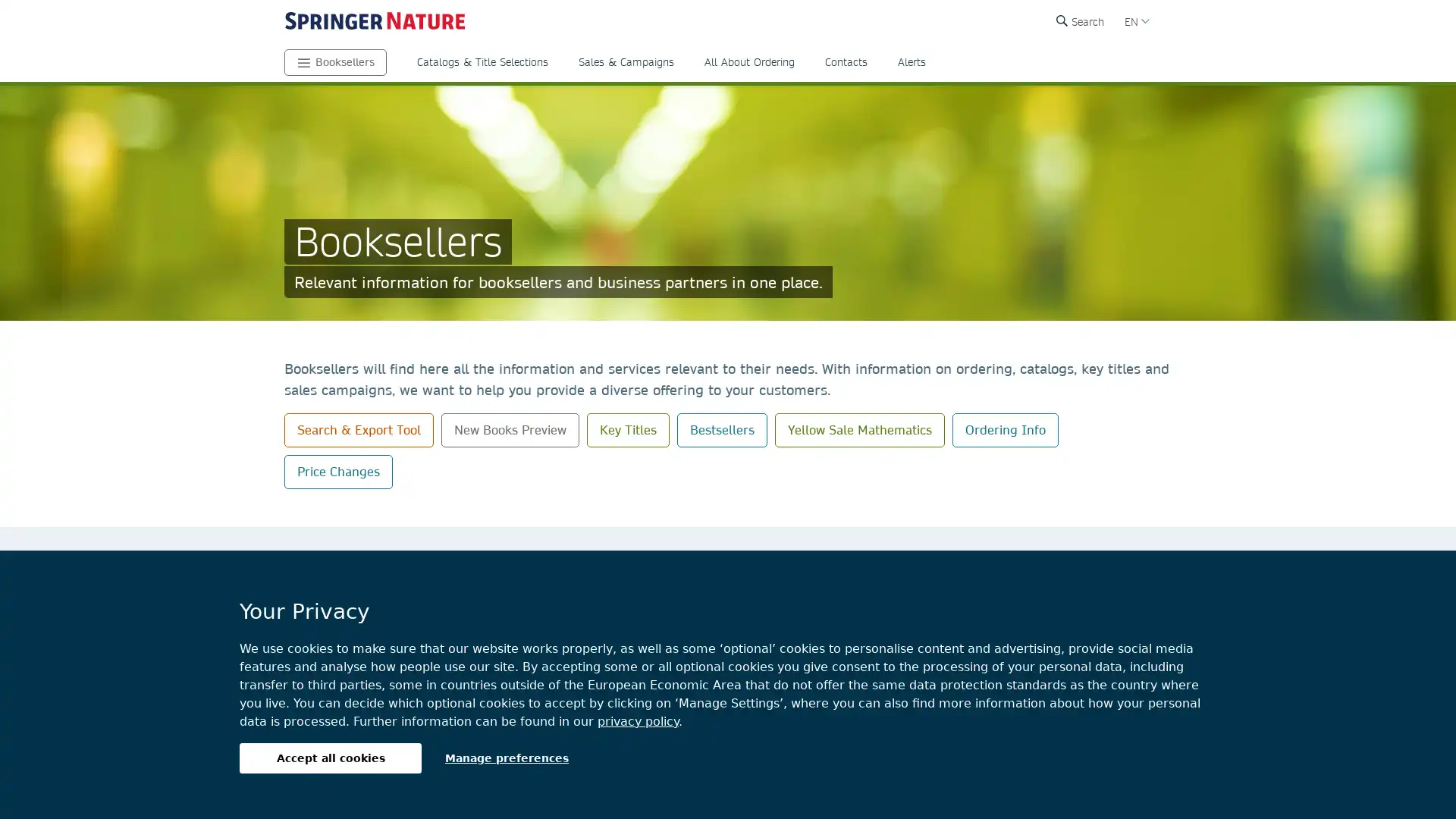 This screenshot has width=1456, height=819. I want to click on Accept all cookies, so click(330, 758).